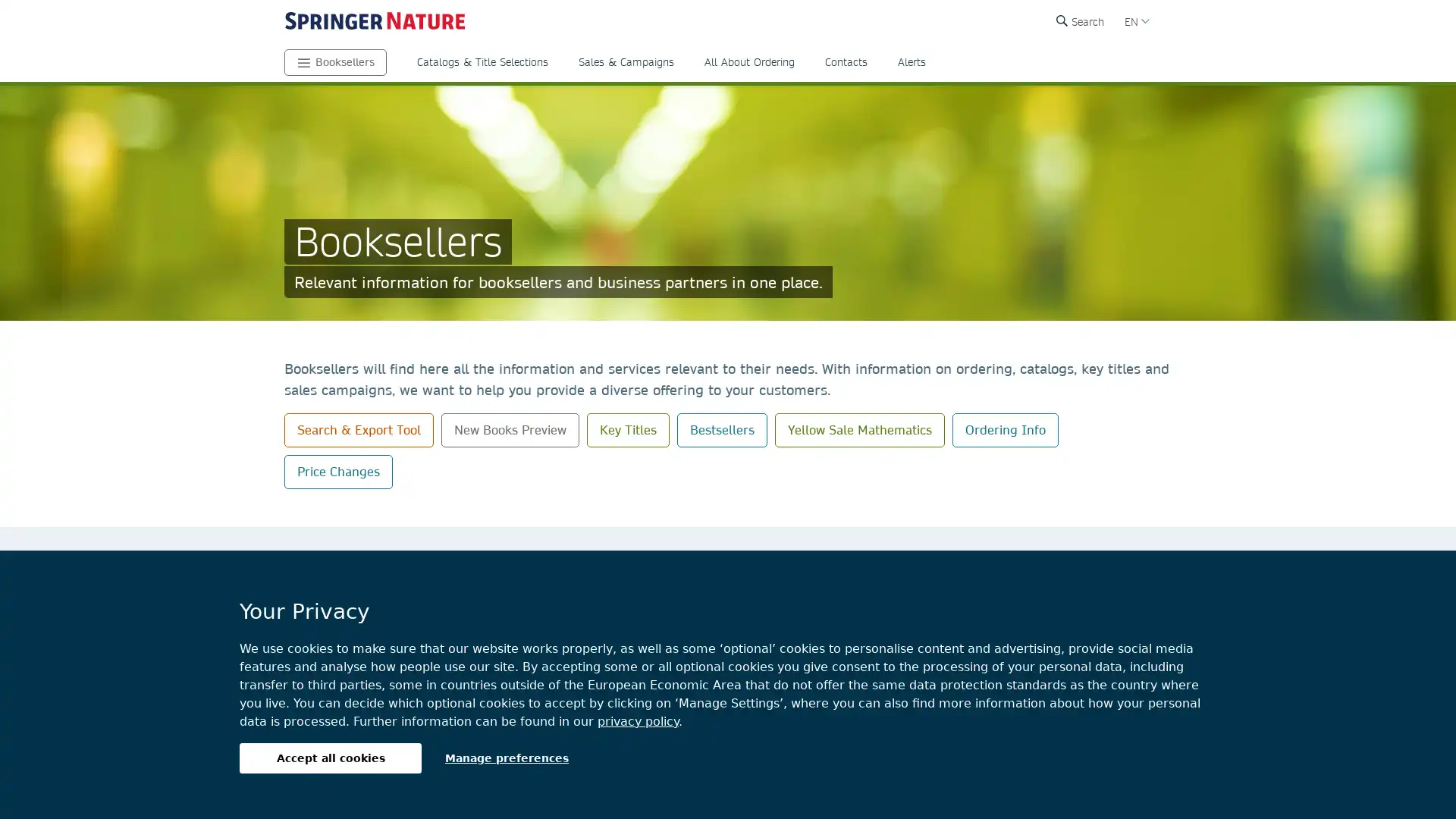 This screenshot has width=1456, height=819. I want to click on Accept all cookies, so click(330, 758).